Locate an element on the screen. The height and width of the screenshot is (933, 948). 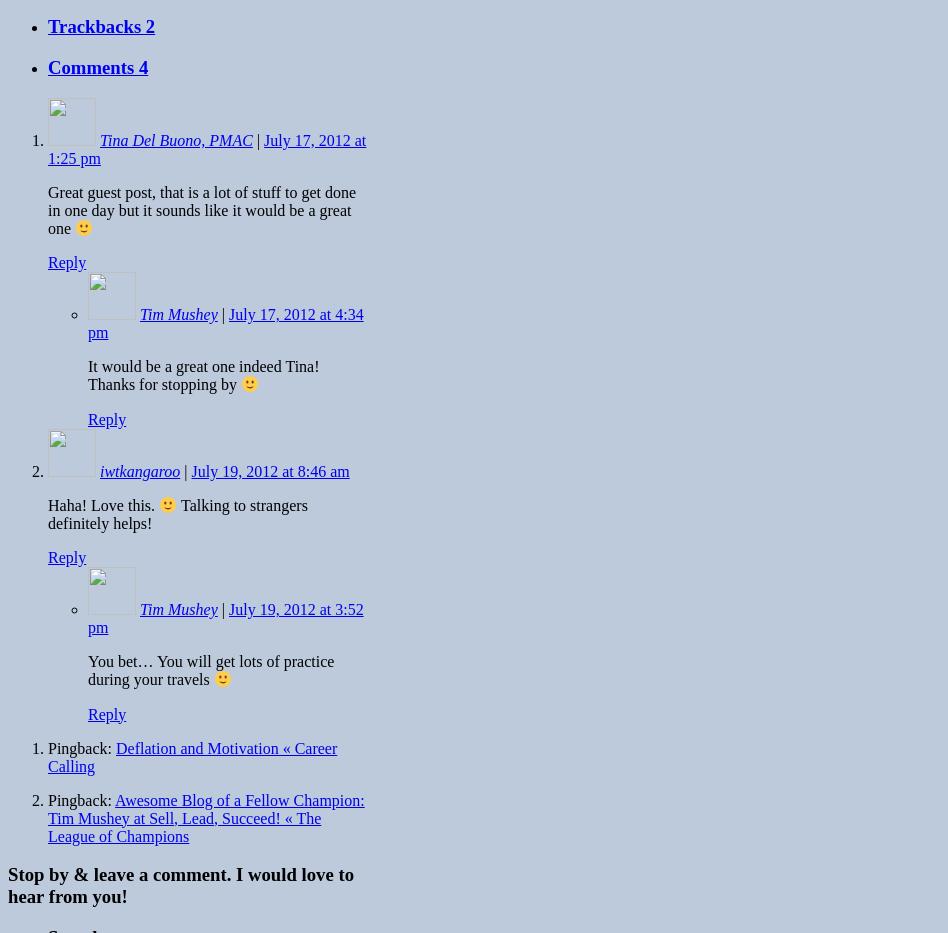
'Comments 4' is located at coordinates (98, 67).